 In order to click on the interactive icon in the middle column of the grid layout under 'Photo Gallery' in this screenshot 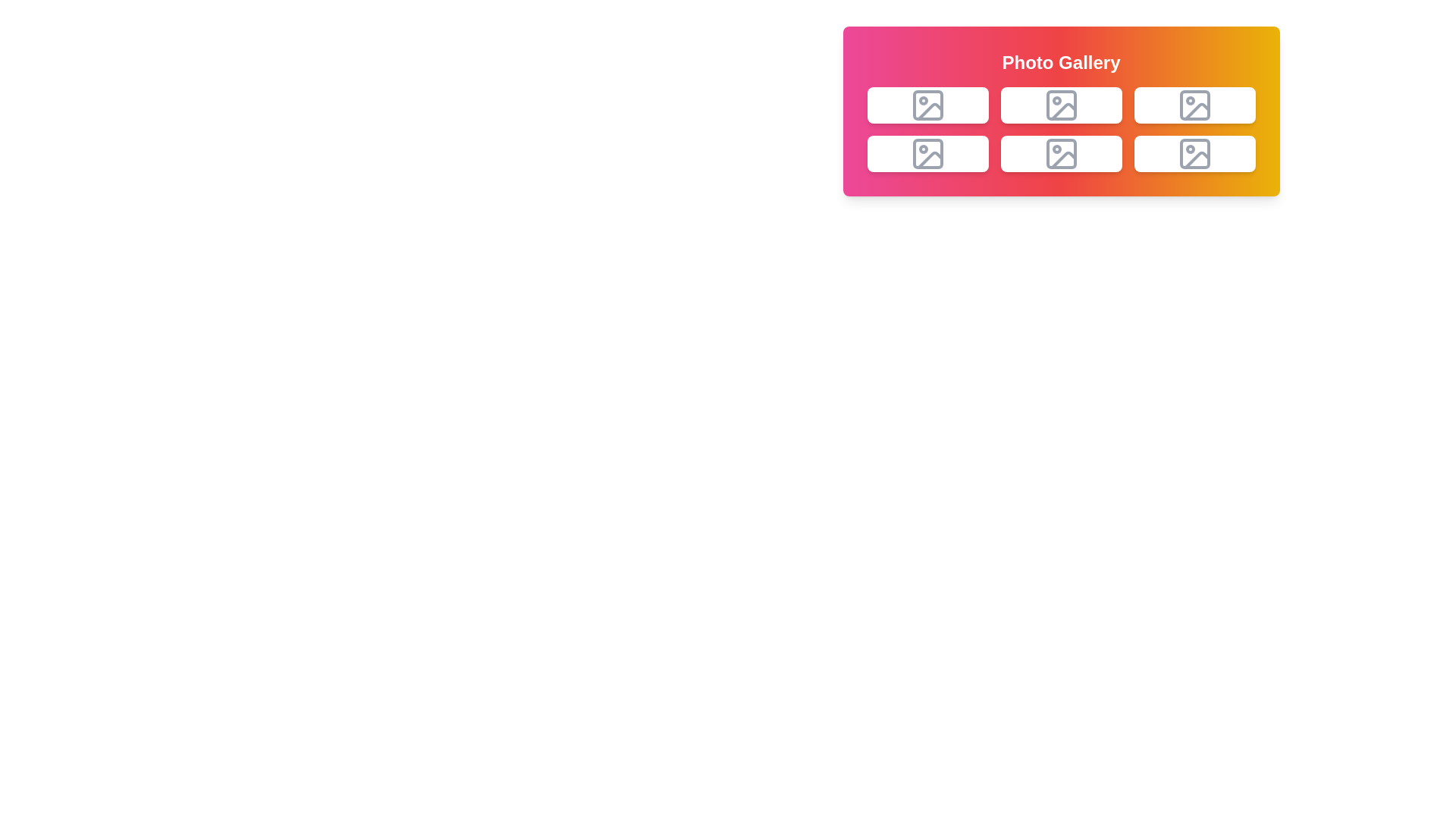, I will do `click(1060, 104)`.